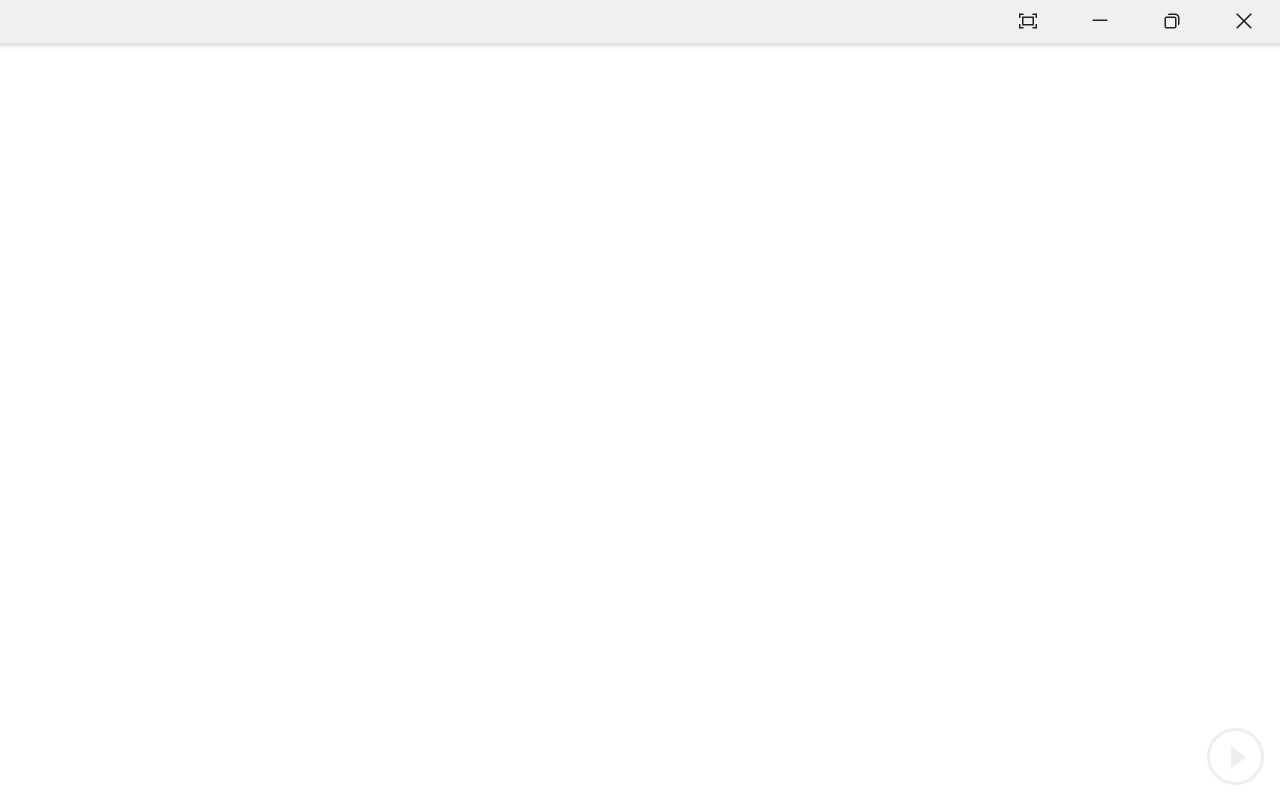  I want to click on 'Restore Down', so click(1172, 21).